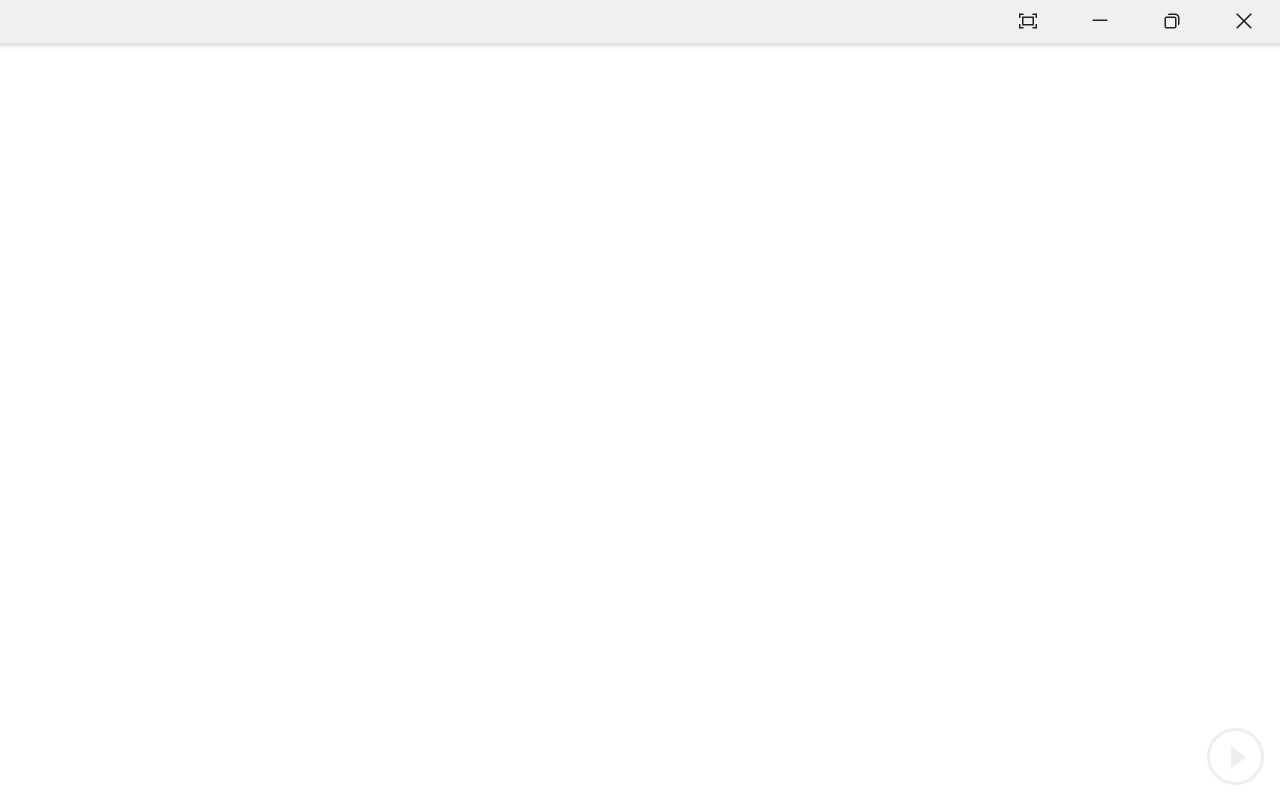  I want to click on 'Restore Down', so click(1172, 21).